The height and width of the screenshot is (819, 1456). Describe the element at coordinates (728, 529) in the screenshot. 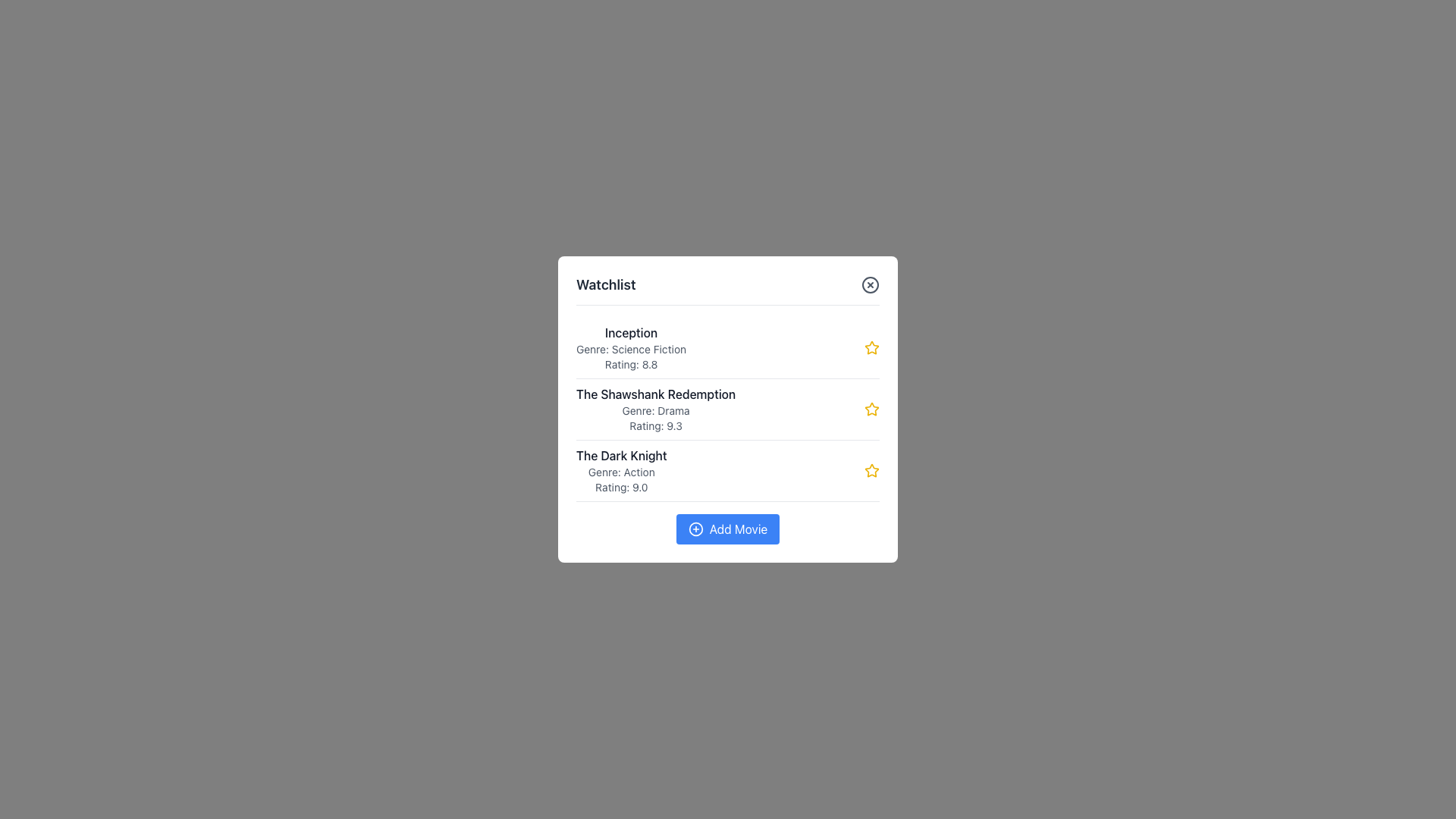

I see `the add new movie button located at the bottom center of the 'Watchlist' modal, which opens a form for entering movie details` at that location.